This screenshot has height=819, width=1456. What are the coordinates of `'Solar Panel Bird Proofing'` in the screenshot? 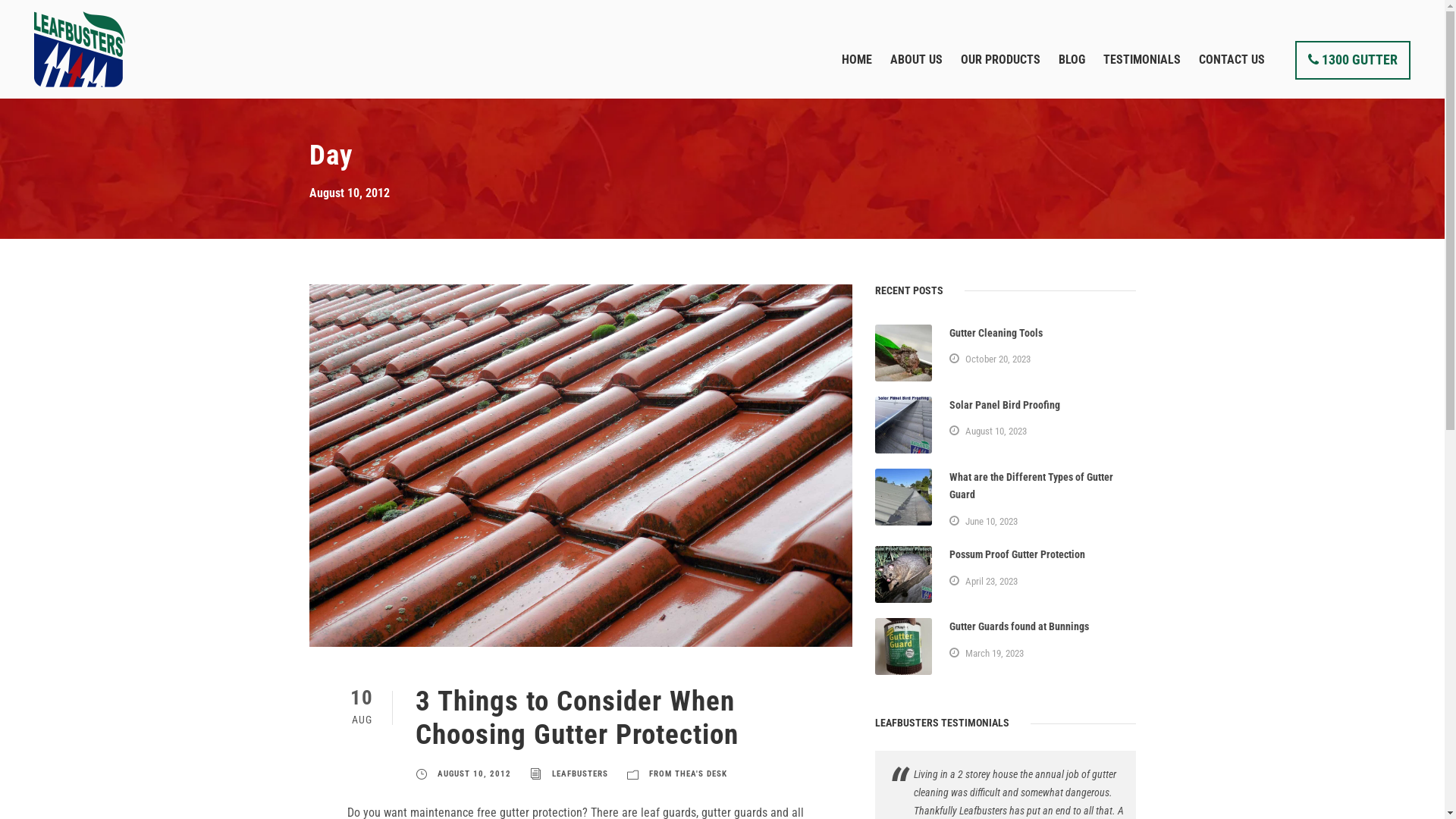 It's located at (1004, 403).